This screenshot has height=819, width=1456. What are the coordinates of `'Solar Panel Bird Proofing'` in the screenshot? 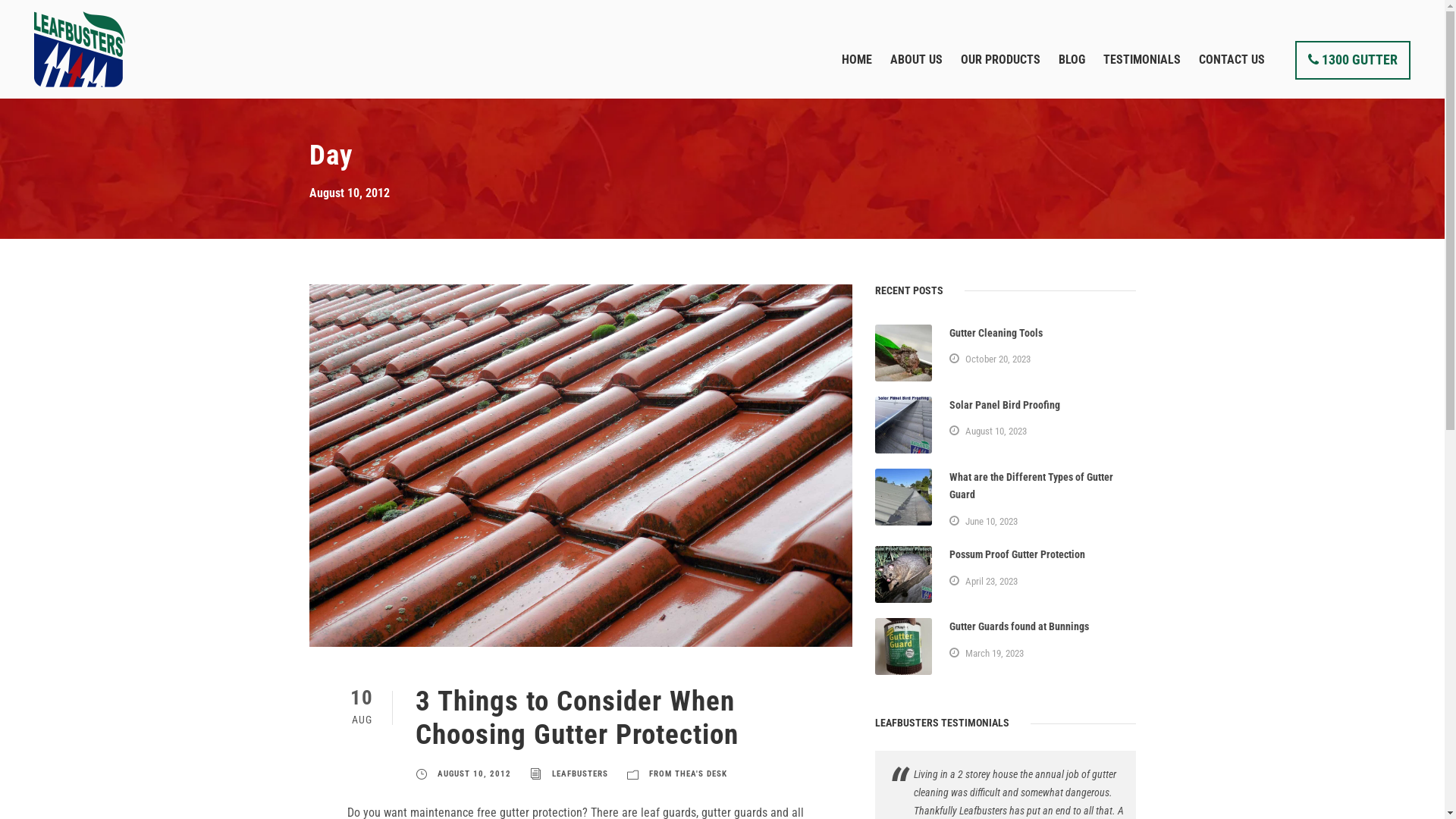 It's located at (1004, 403).